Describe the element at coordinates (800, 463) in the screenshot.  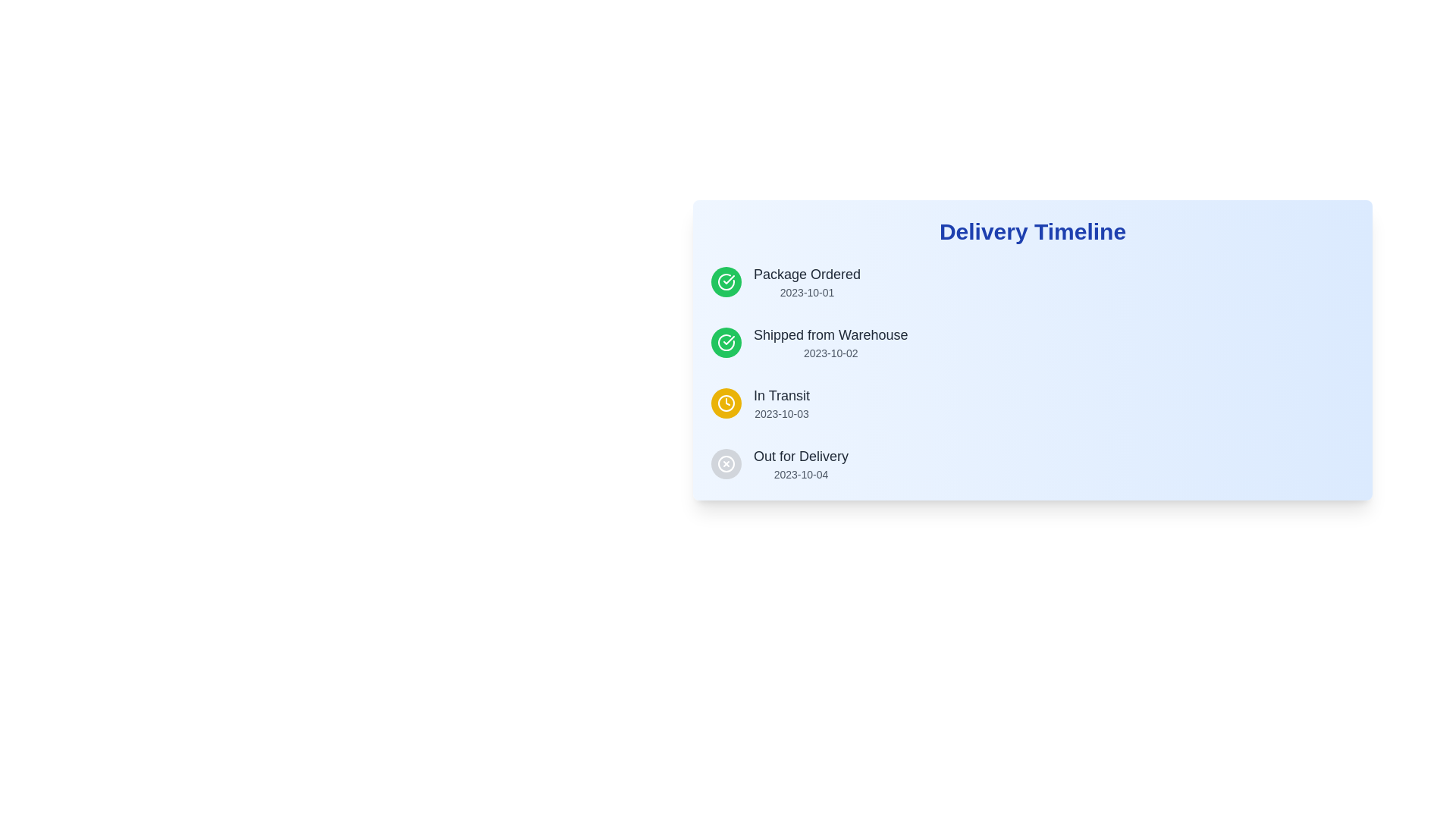
I see `the text element displaying 'Out for Delivery' above the date '2023-10-04', which is the fourth entry in the delivery timeline list` at that location.